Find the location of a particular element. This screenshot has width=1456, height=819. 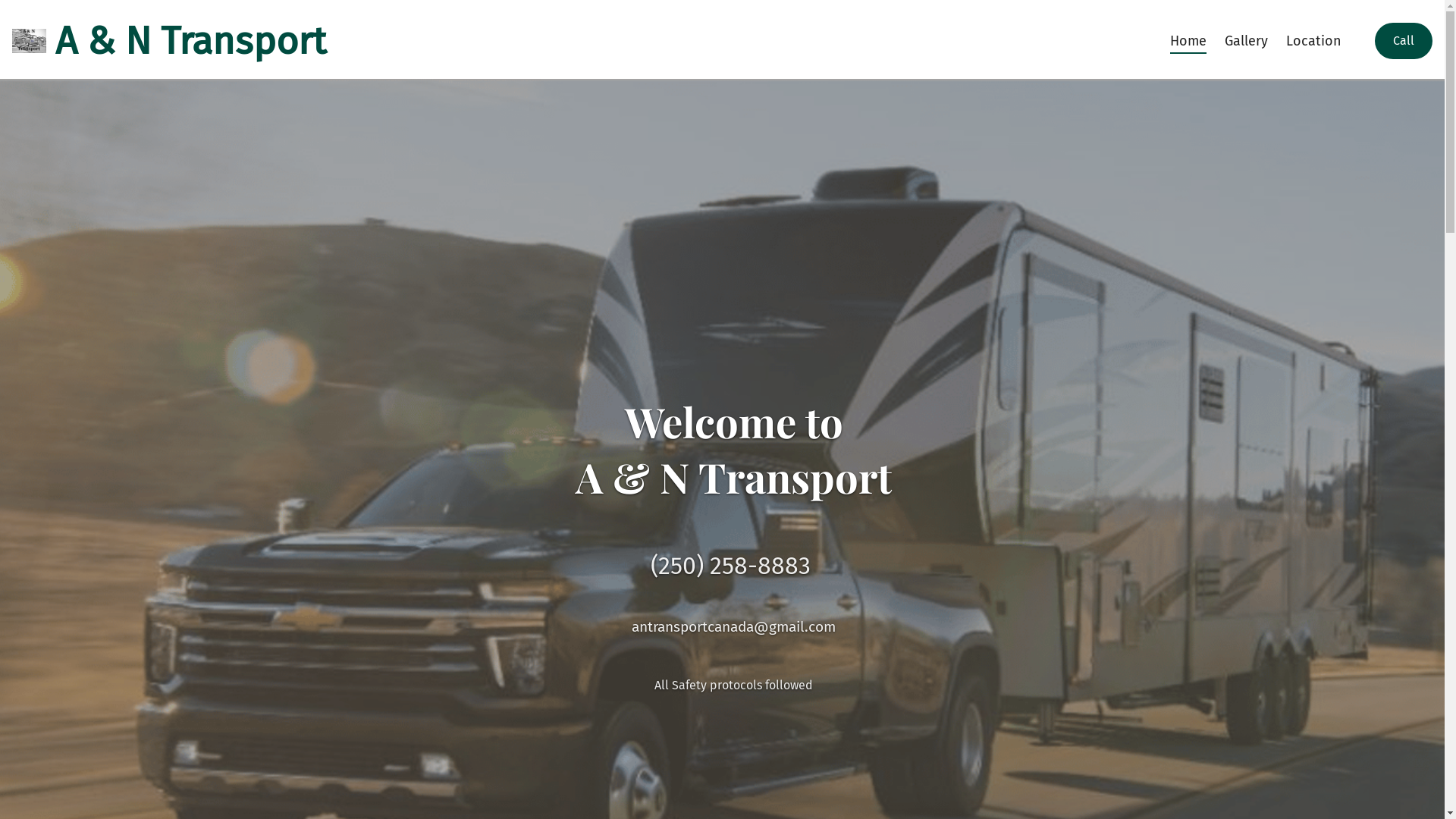

'Call' is located at coordinates (1403, 40).